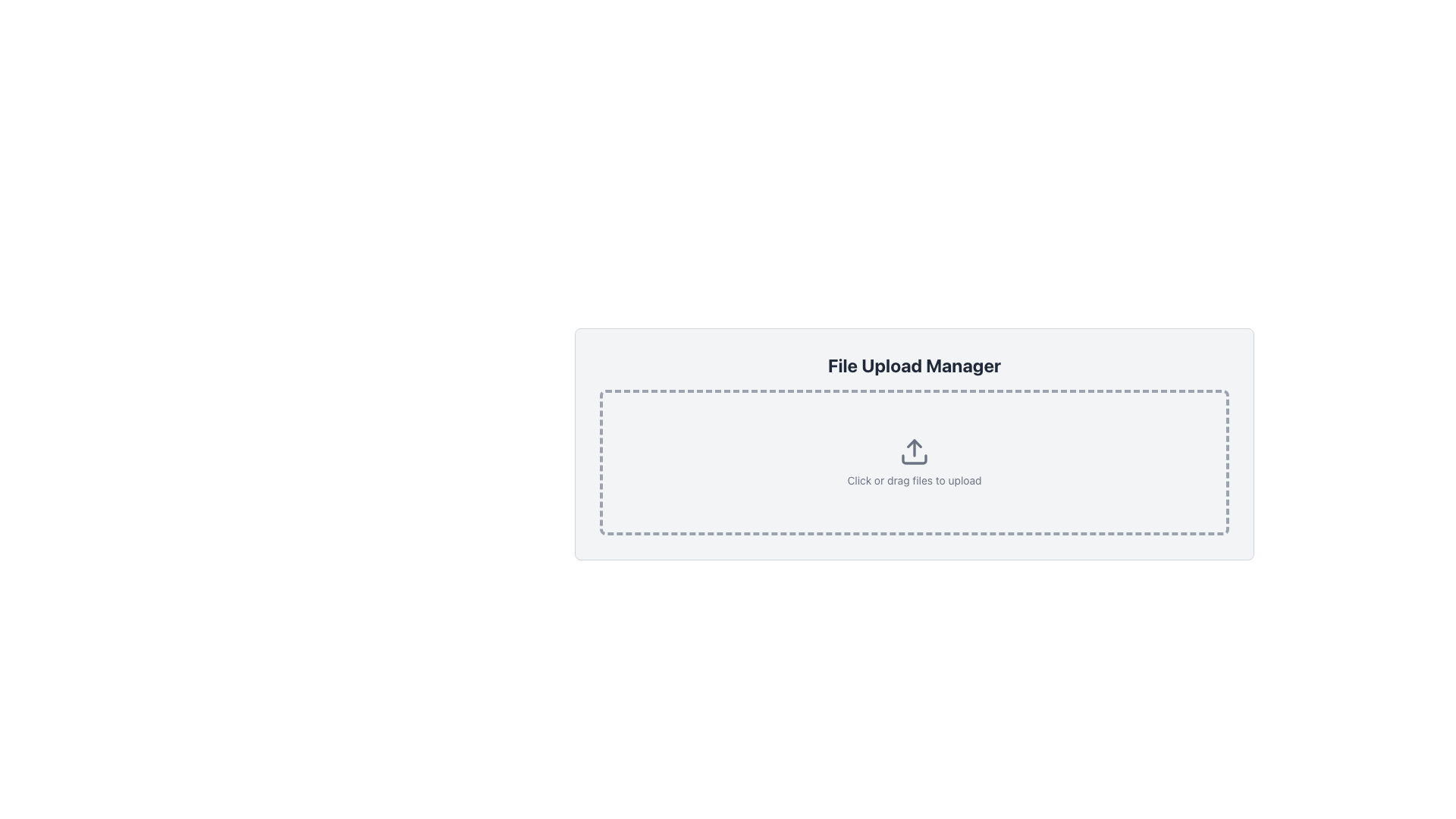 This screenshot has width=1456, height=819. Describe the element at coordinates (913, 461) in the screenshot. I see `the Combined UI component consisting of an upward-pointing arrow icon and the label 'Click or drag files to upload'` at that location.